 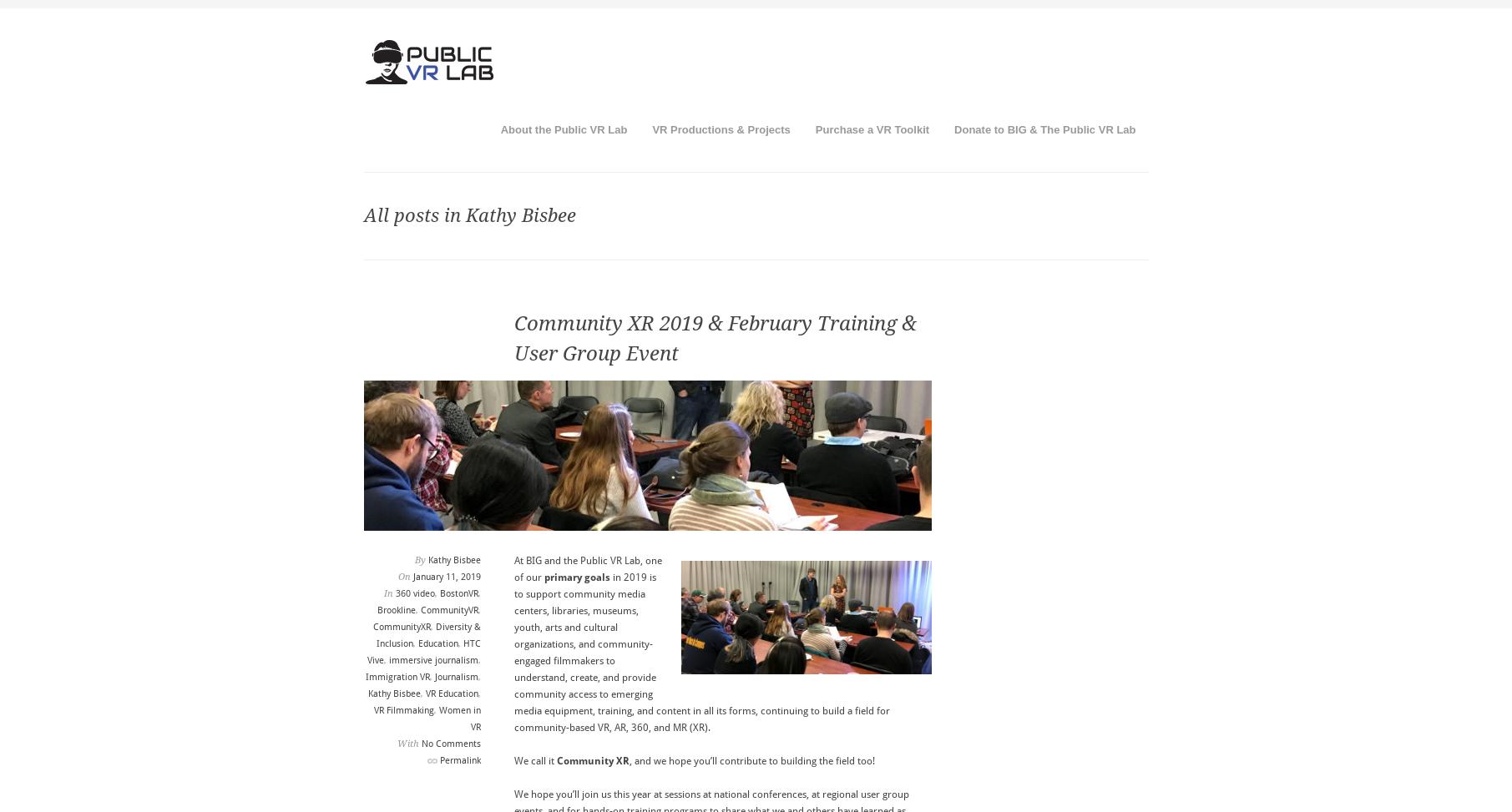 What do you see at coordinates (455, 676) in the screenshot?
I see `'Journalism'` at bounding box center [455, 676].